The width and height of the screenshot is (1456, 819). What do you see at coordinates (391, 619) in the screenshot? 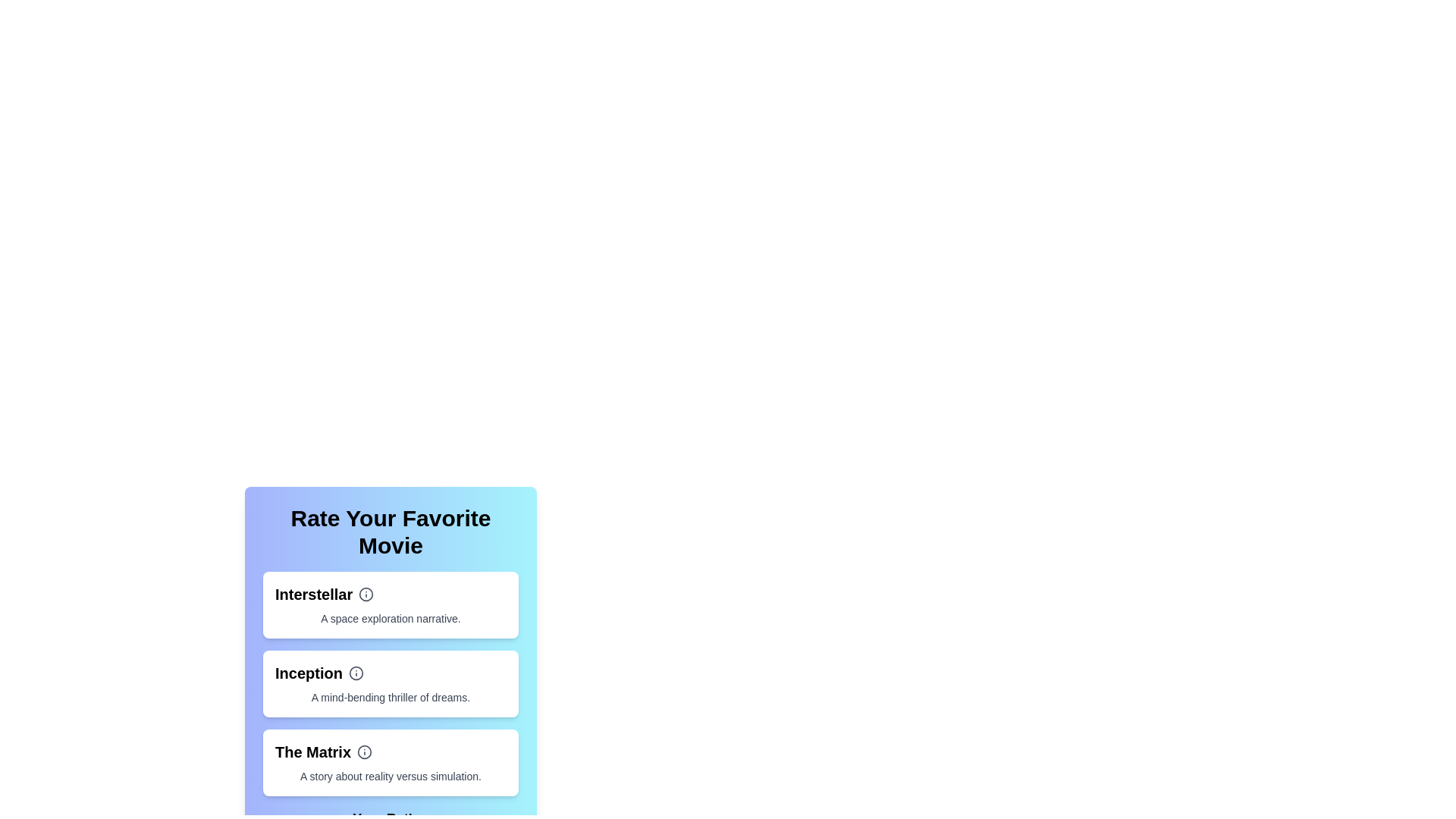
I see `descriptive text label related to the 'Interstellar' movie, which is located under the 'Interstellar' heading in the first card of a vertical list` at bounding box center [391, 619].